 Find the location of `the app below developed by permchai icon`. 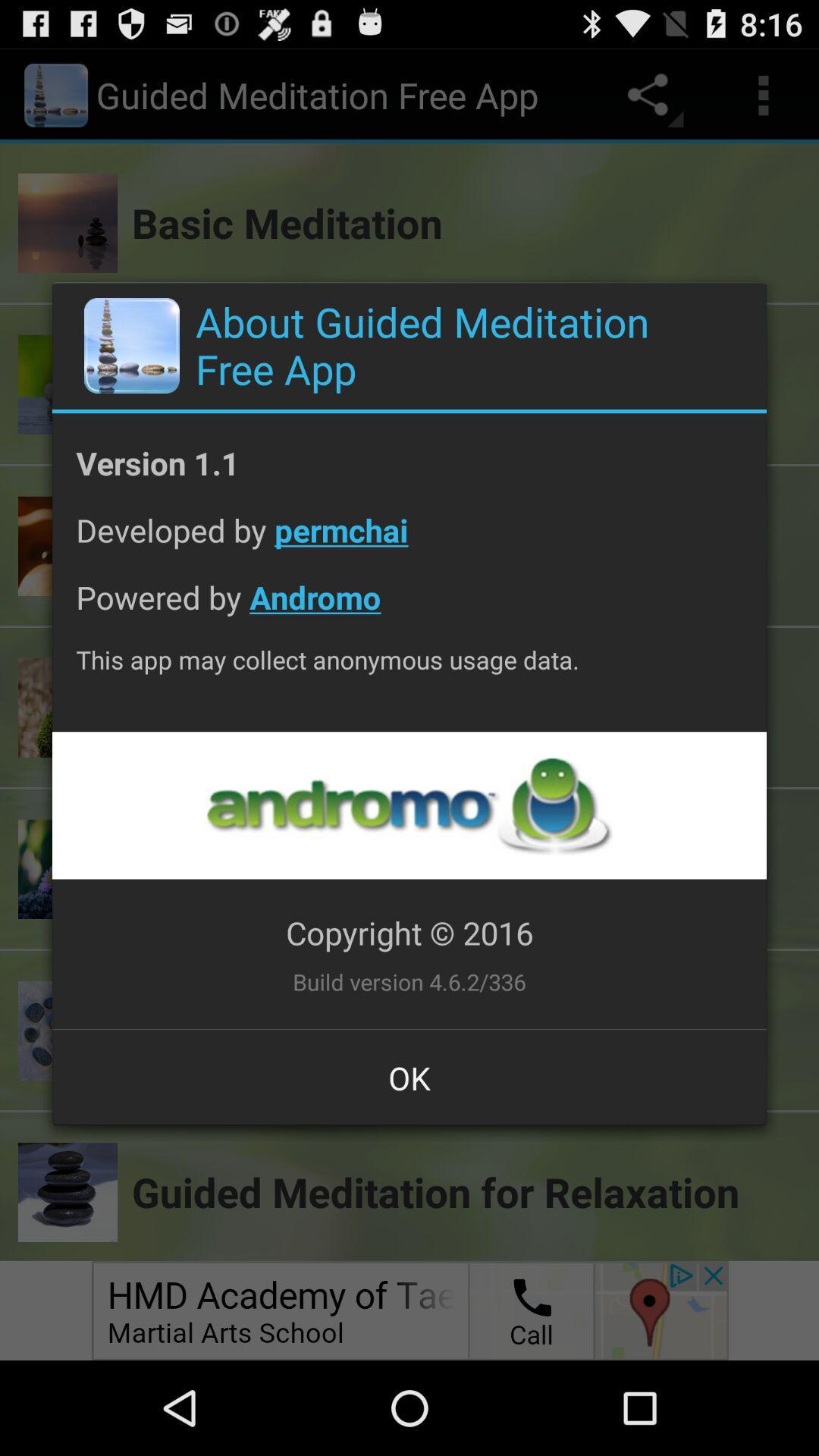

the app below developed by permchai icon is located at coordinates (409, 609).